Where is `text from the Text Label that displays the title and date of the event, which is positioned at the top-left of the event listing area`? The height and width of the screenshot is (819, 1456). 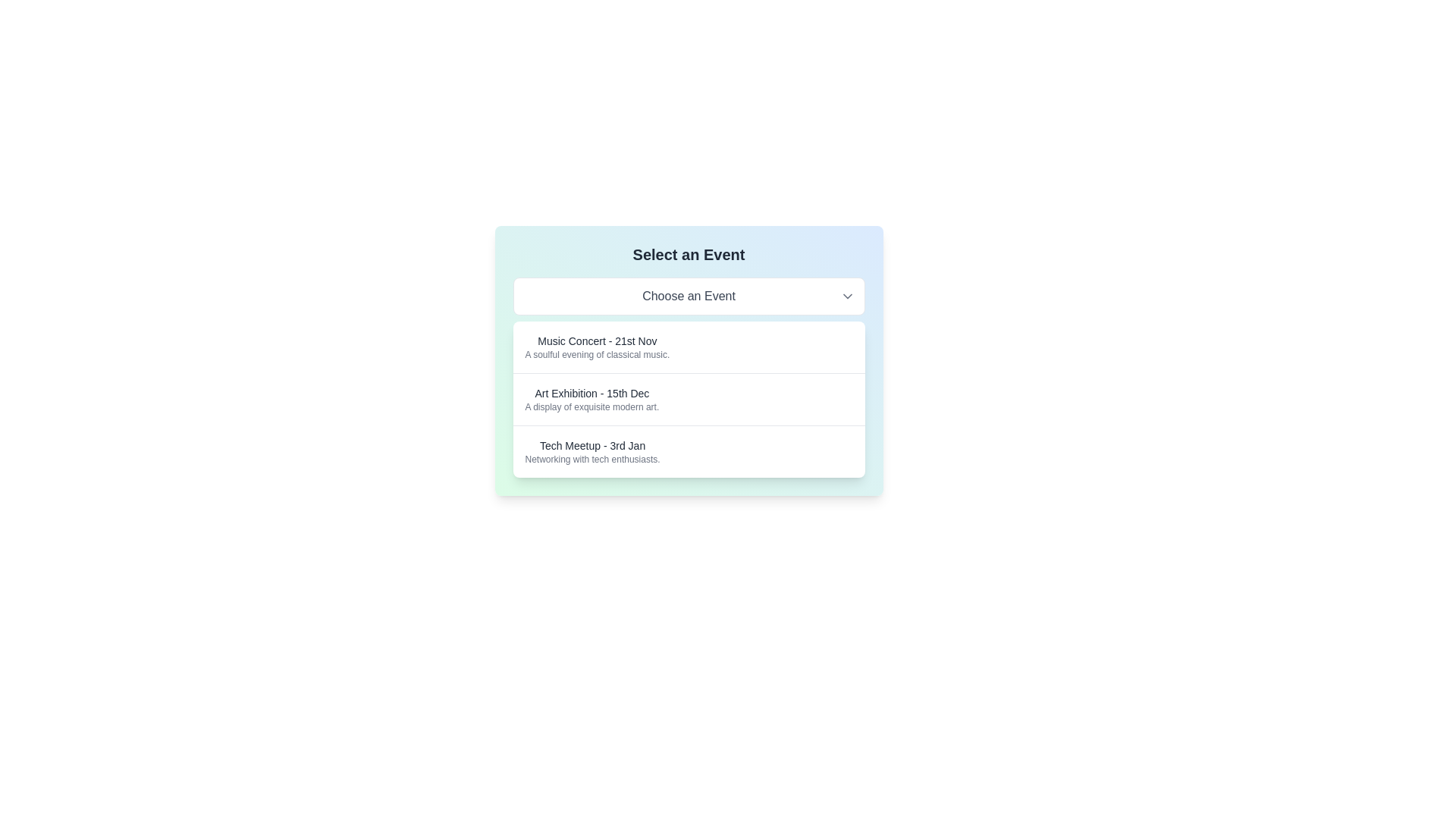 text from the Text Label that displays the title and date of the event, which is positioned at the top-left of the event listing area is located at coordinates (596, 341).